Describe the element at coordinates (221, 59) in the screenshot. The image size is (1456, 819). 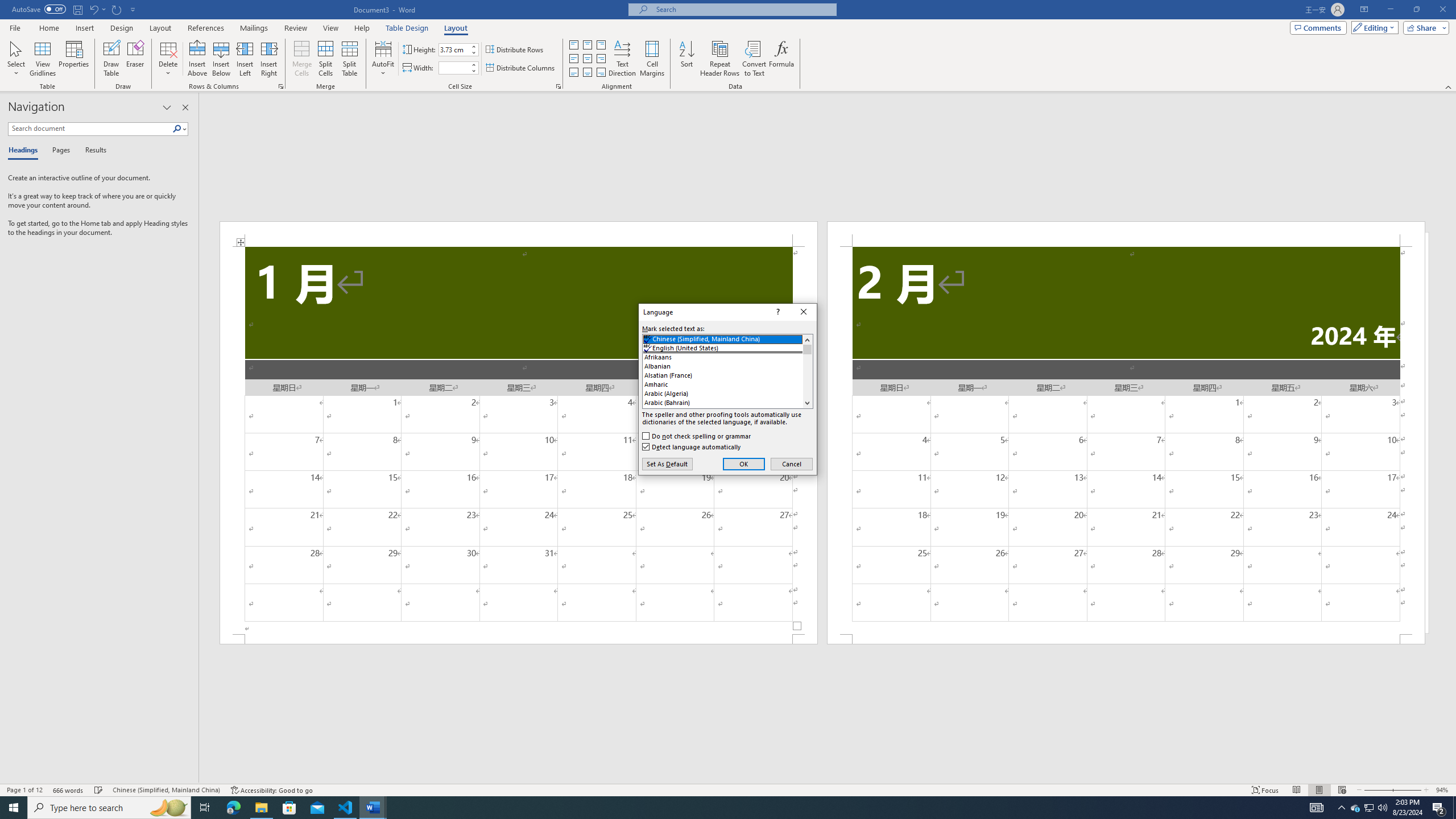
I see `'Insert Below'` at that location.